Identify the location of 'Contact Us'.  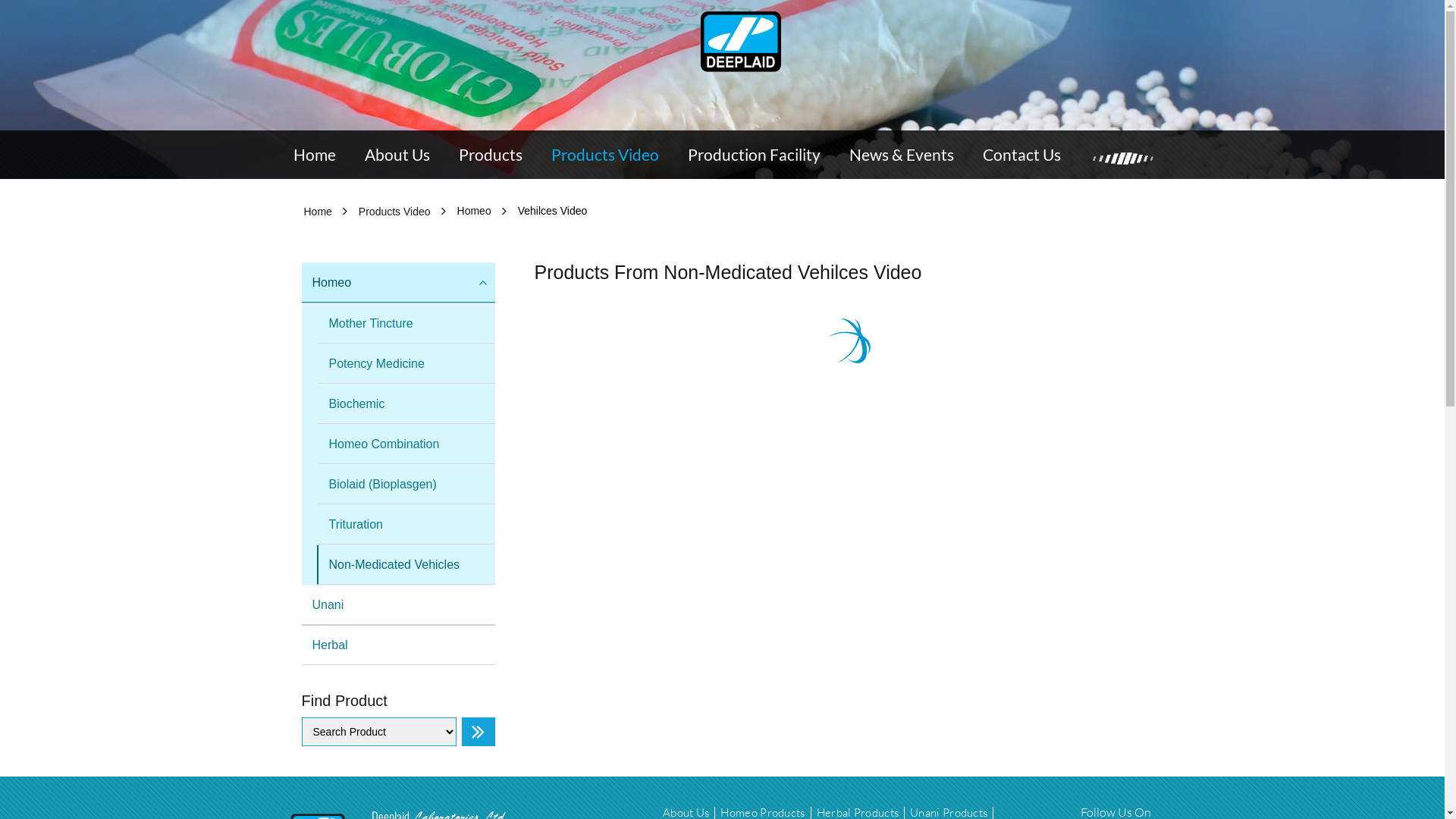
(1021, 155).